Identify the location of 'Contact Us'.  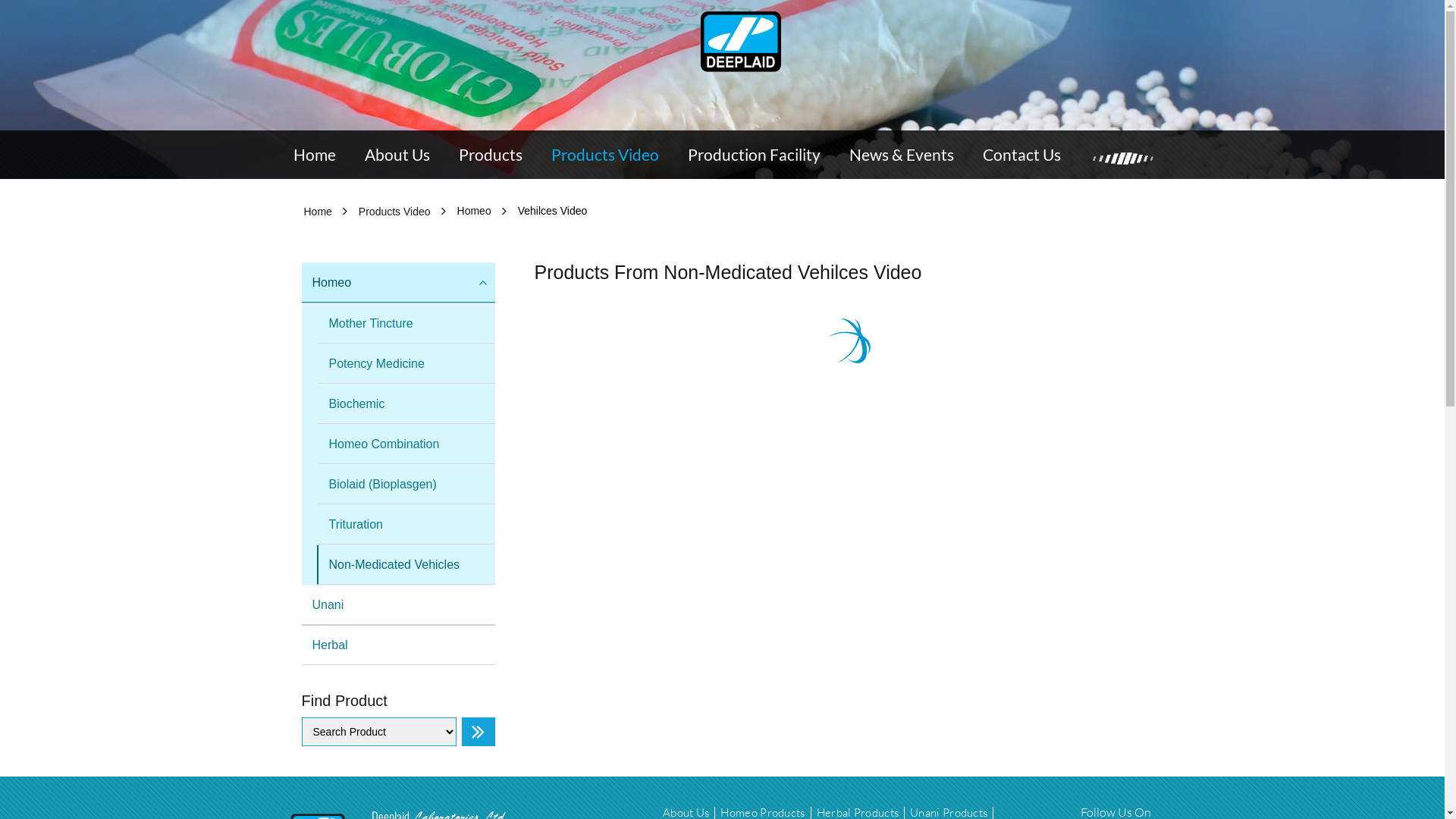
(1021, 155).